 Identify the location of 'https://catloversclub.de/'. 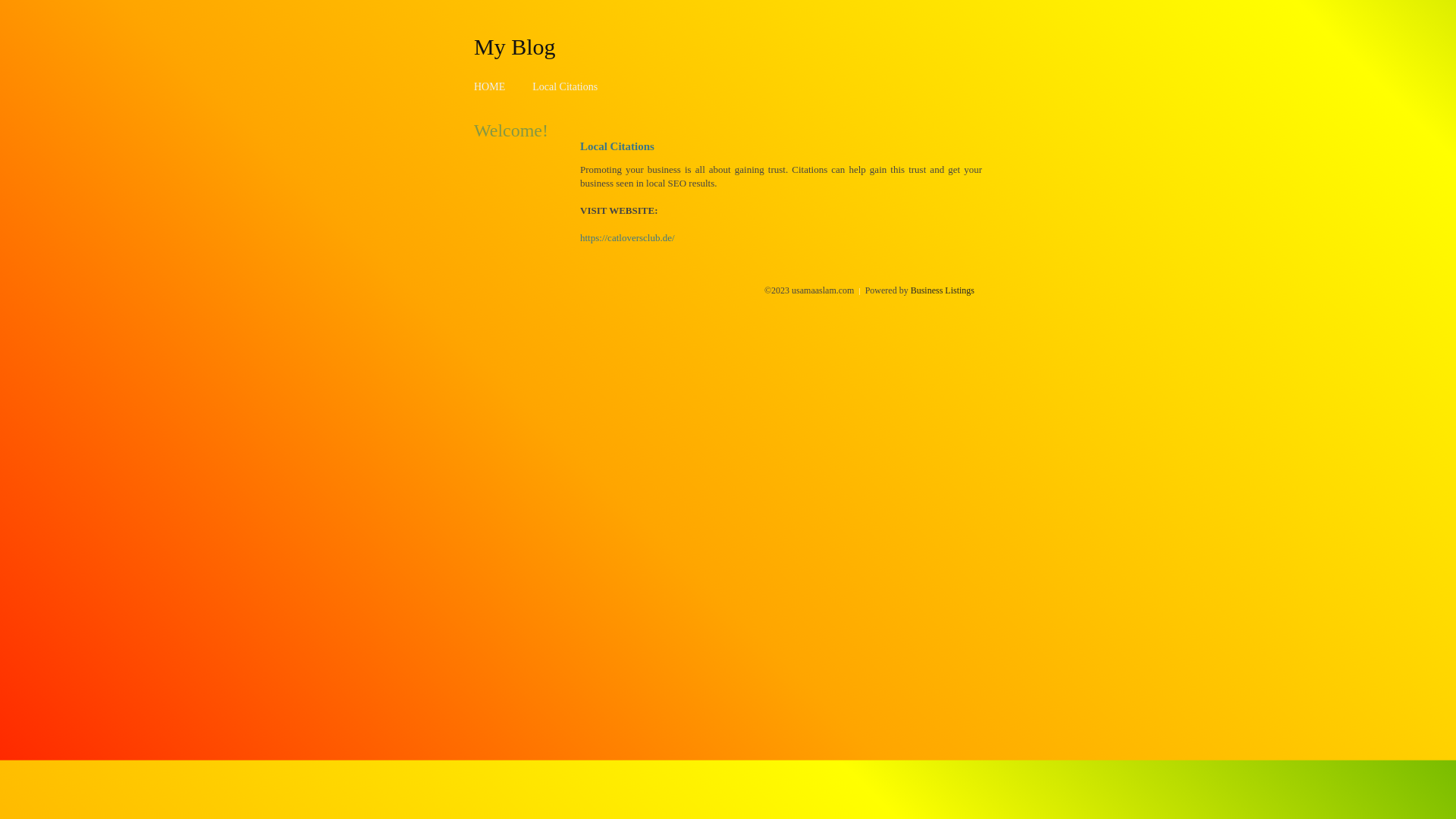
(579, 237).